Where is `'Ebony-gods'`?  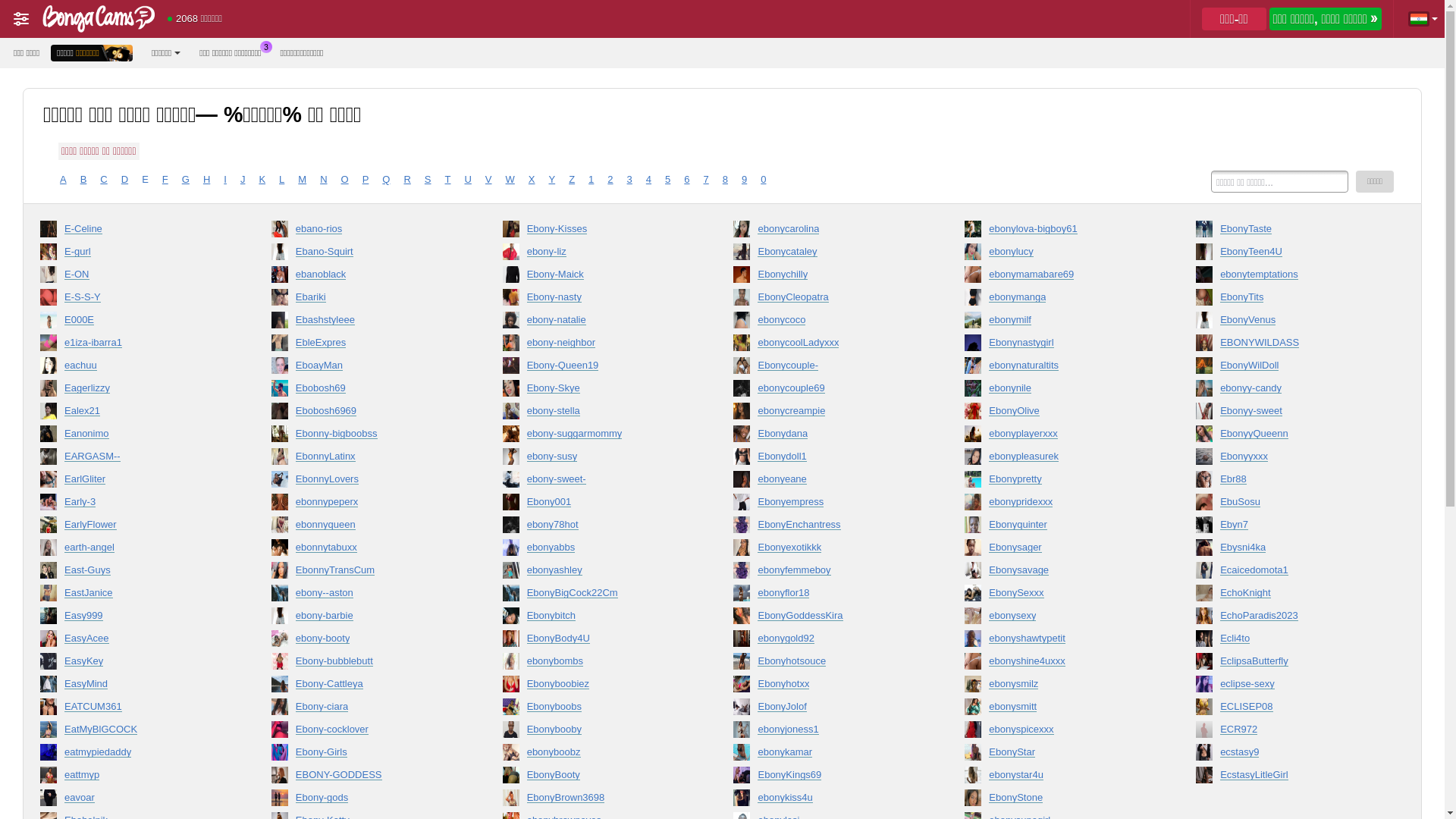
'Ebony-gods' is located at coordinates (365, 800).